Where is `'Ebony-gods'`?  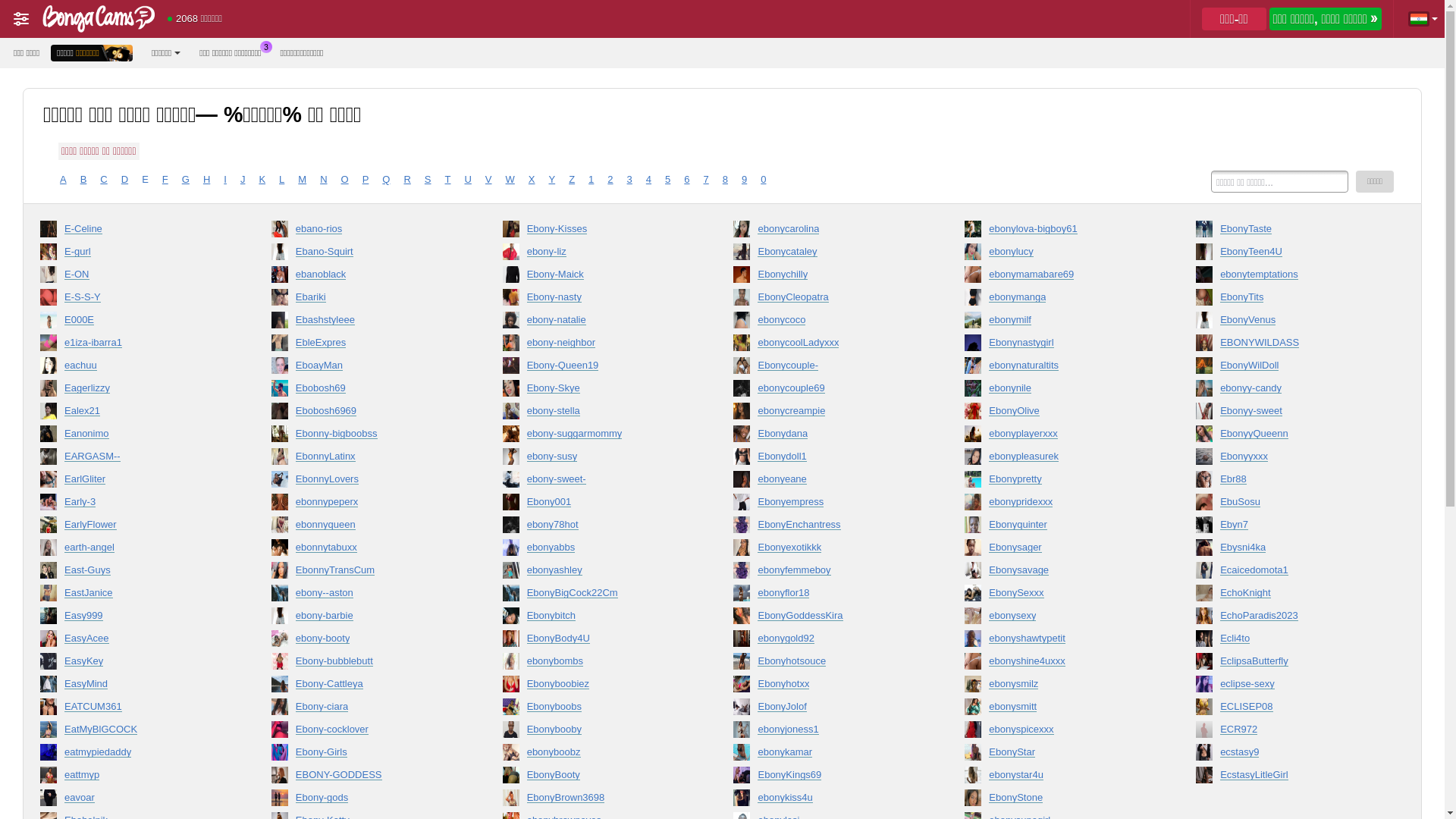
'Ebony-gods' is located at coordinates (365, 800).